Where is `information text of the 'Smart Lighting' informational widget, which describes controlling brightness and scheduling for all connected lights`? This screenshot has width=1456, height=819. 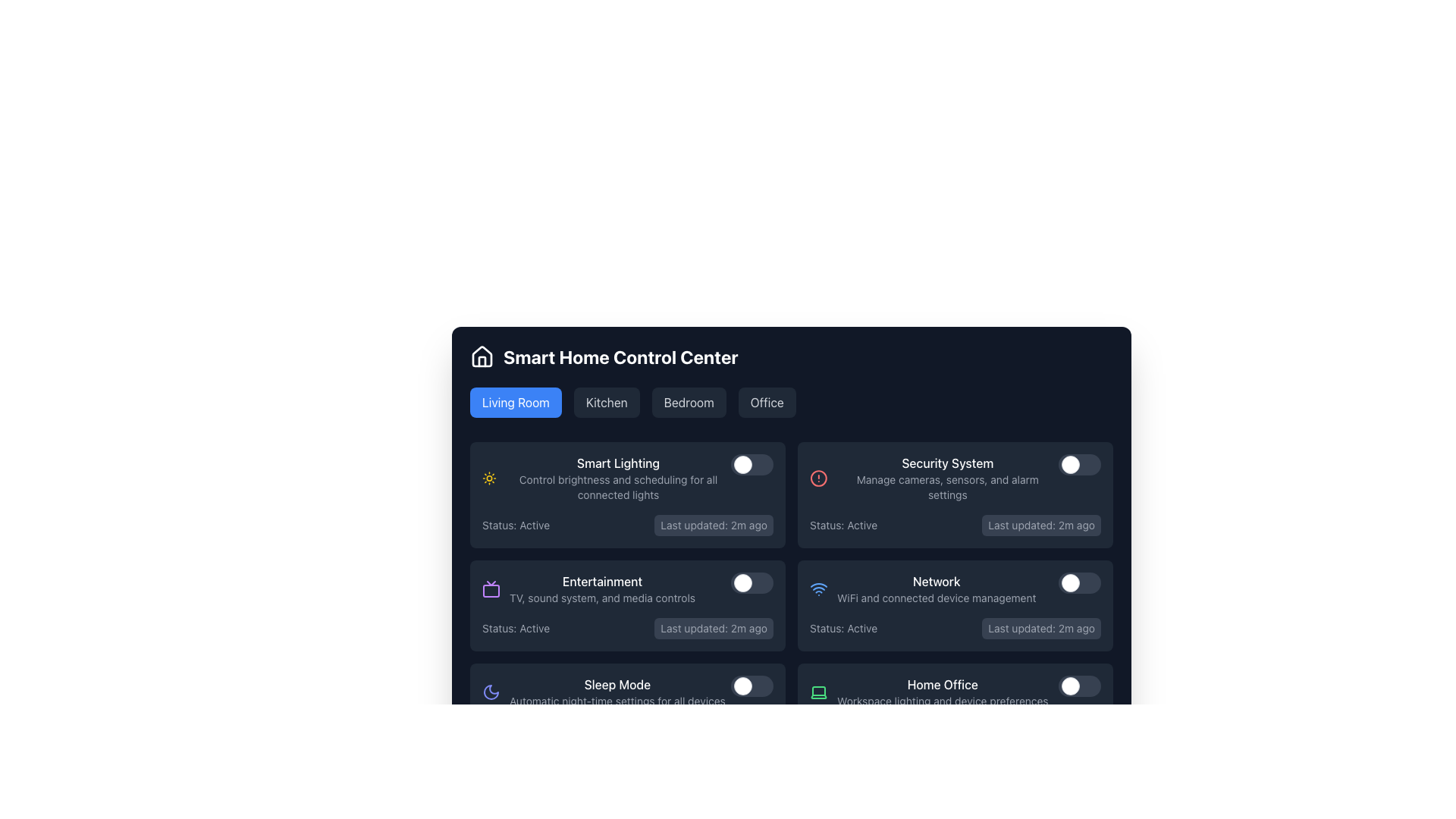
information text of the 'Smart Lighting' informational widget, which describes controlling brightness and scheduling for all connected lights is located at coordinates (628, 479).